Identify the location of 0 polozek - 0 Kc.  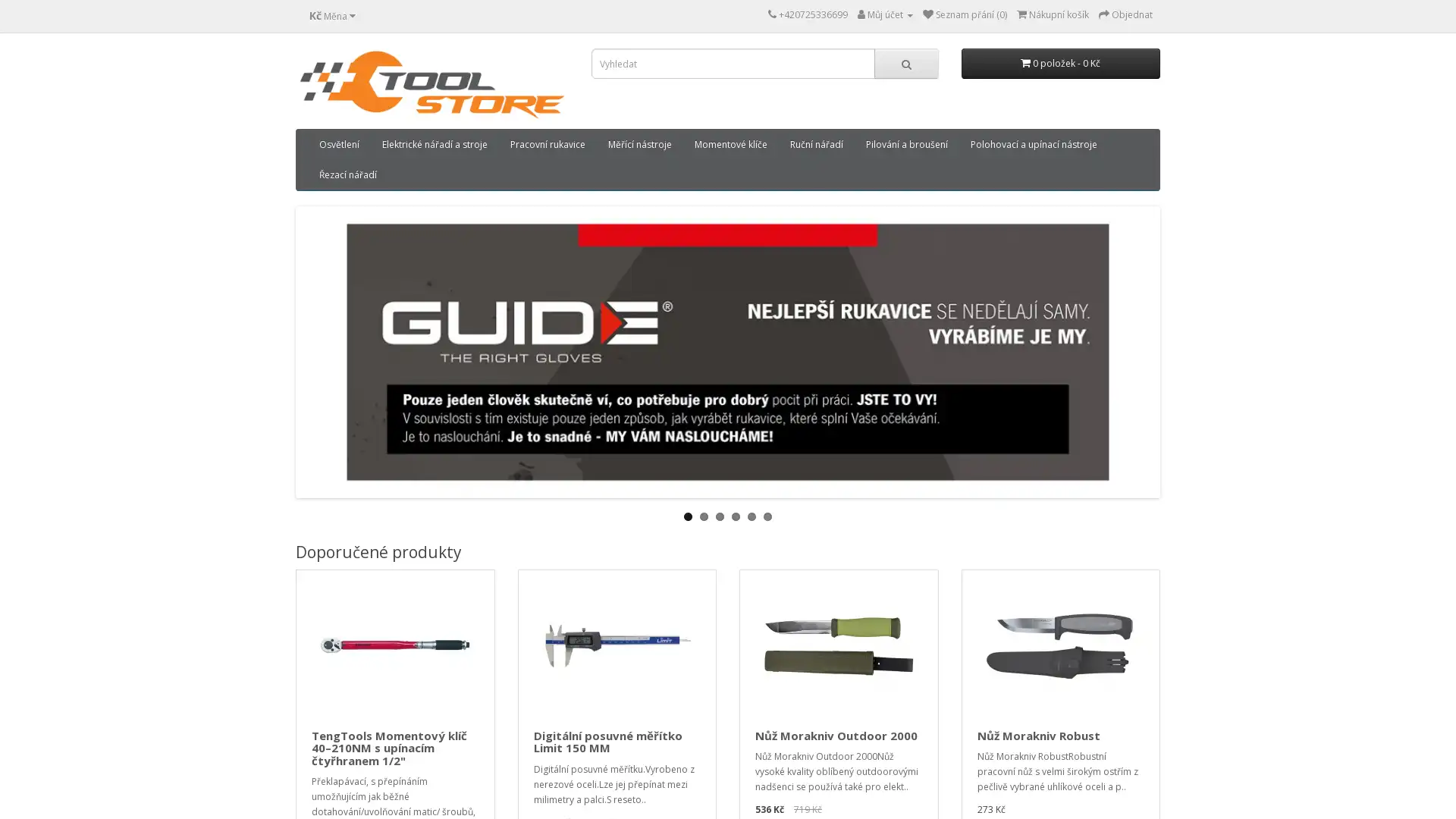
(1059, 63).